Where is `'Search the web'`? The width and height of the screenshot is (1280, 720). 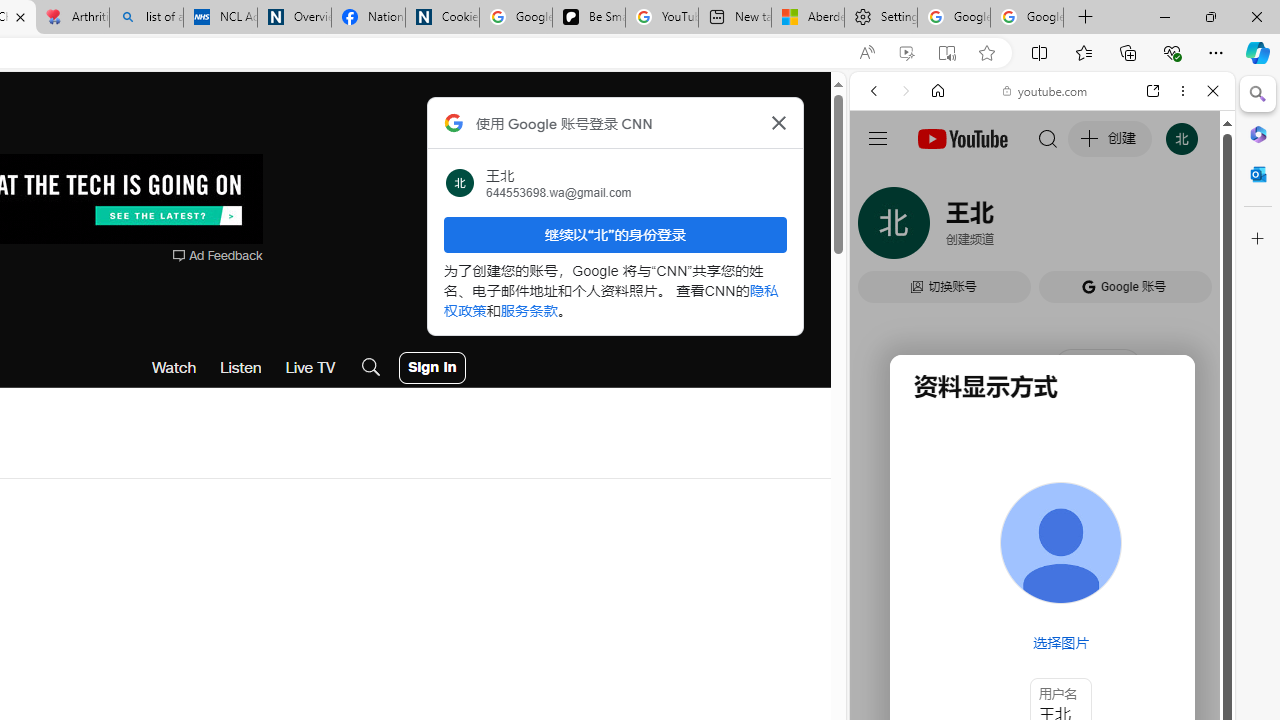 'Search the web' is located at coordinates (1051, 137).